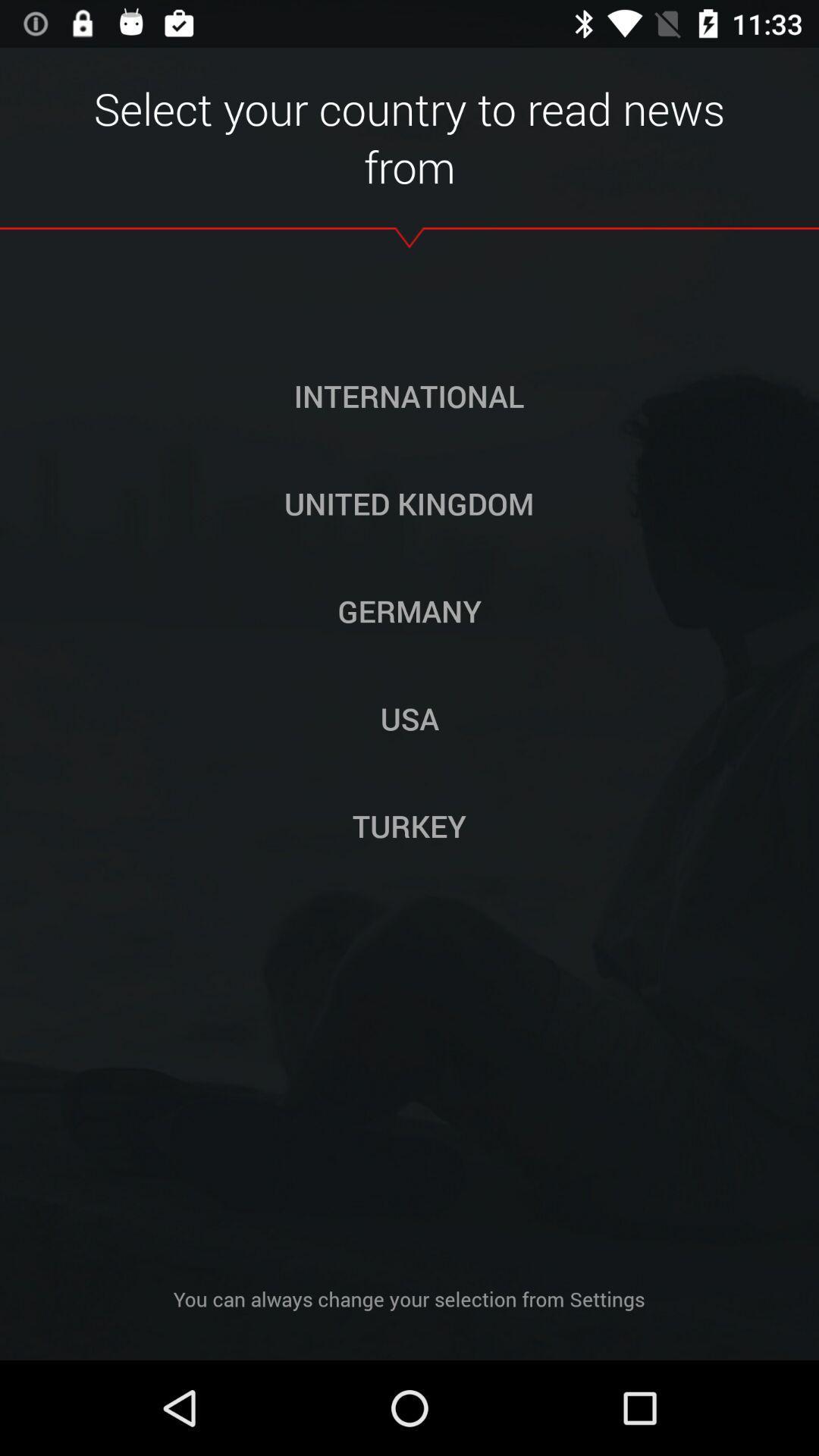 The image size is (819, 1456). Describe the element at coordinates (409, 825) in the screenshot. I see `icon below the usa button` at that location.